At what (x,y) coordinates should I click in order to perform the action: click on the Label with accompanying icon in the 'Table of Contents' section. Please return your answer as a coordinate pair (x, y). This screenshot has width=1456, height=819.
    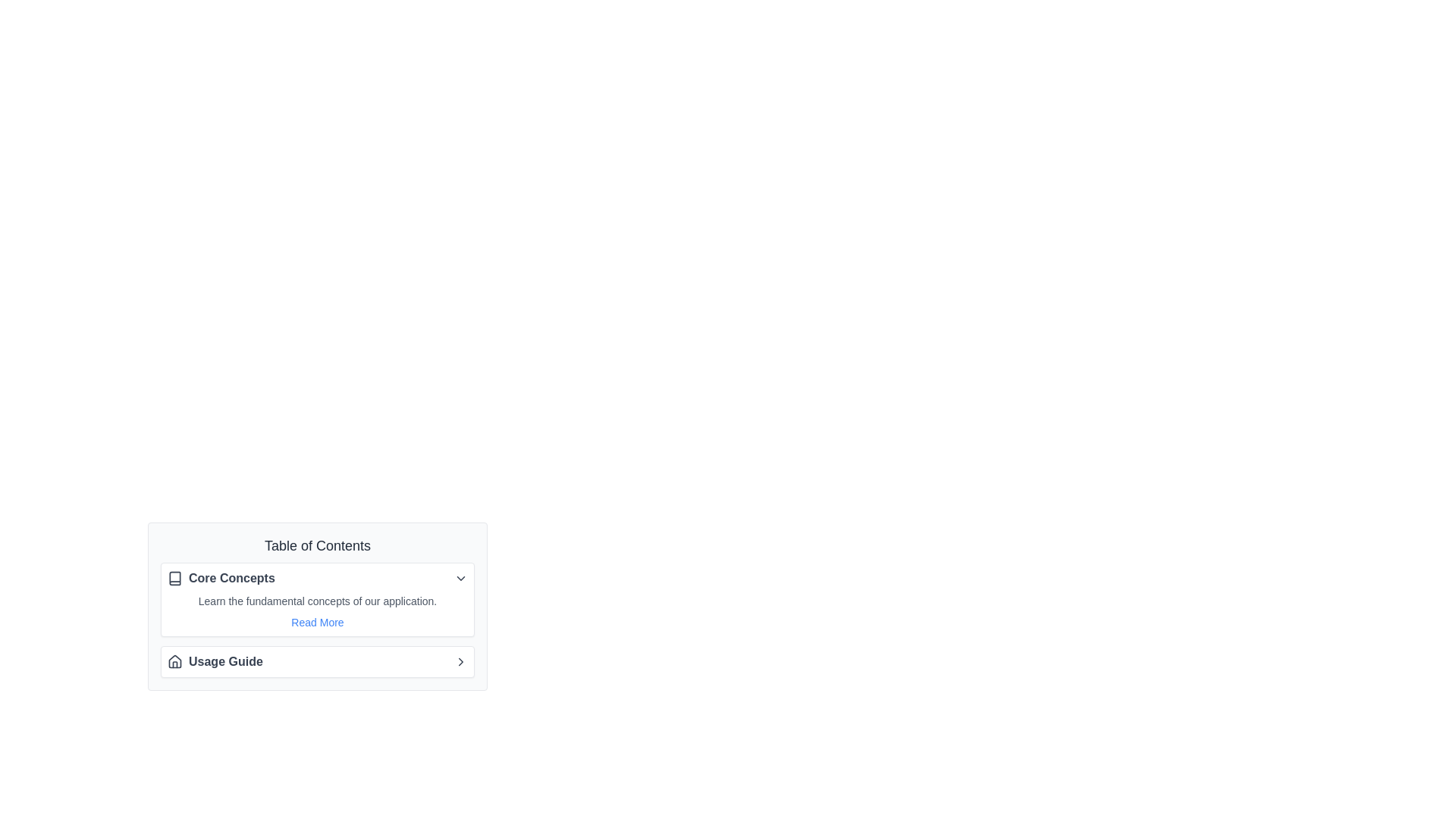
    Looking at the image, I should click on (220, 579).